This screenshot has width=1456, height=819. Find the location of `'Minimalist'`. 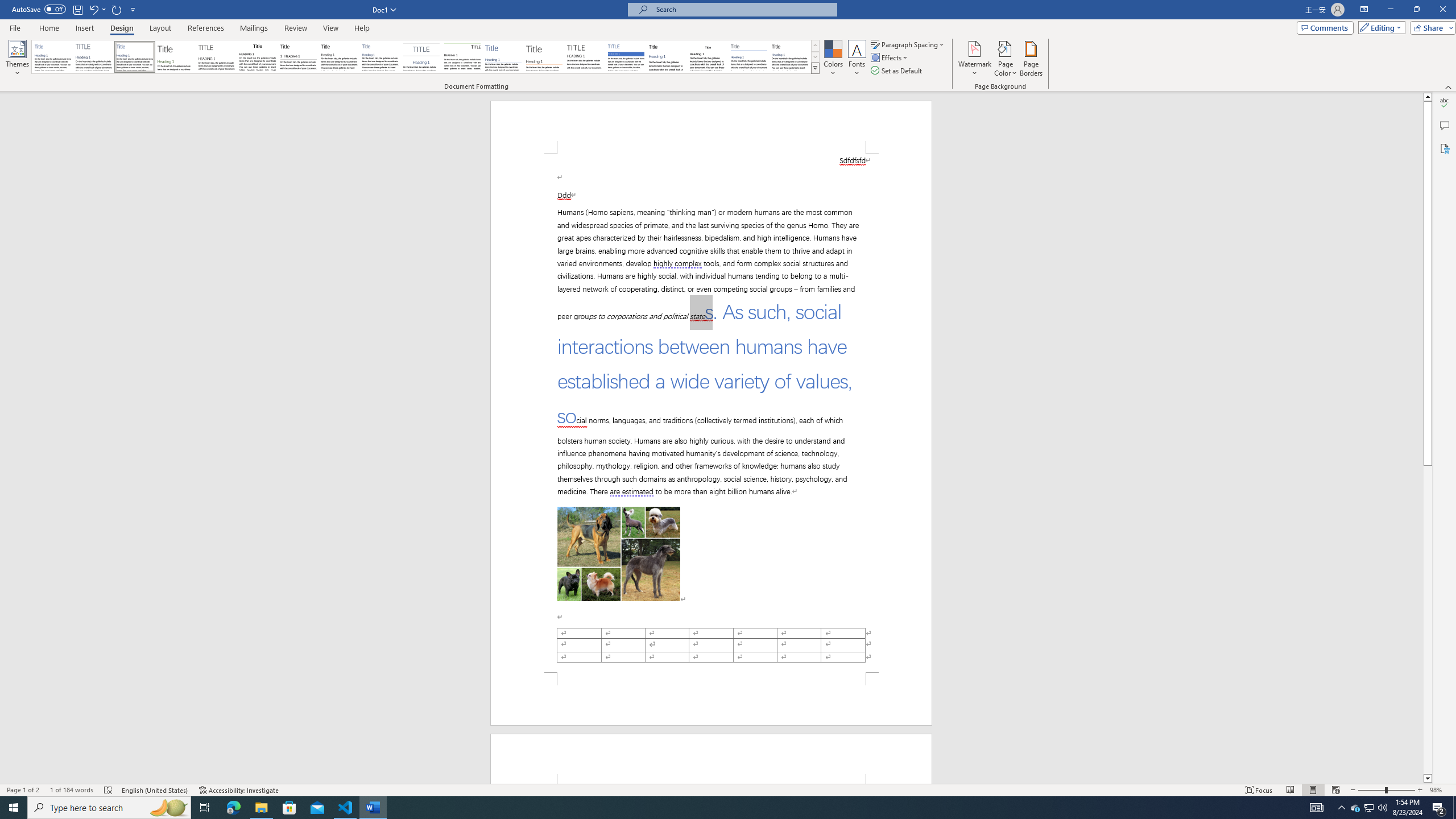

'Minimalist' is located at coordinates (585, 56).